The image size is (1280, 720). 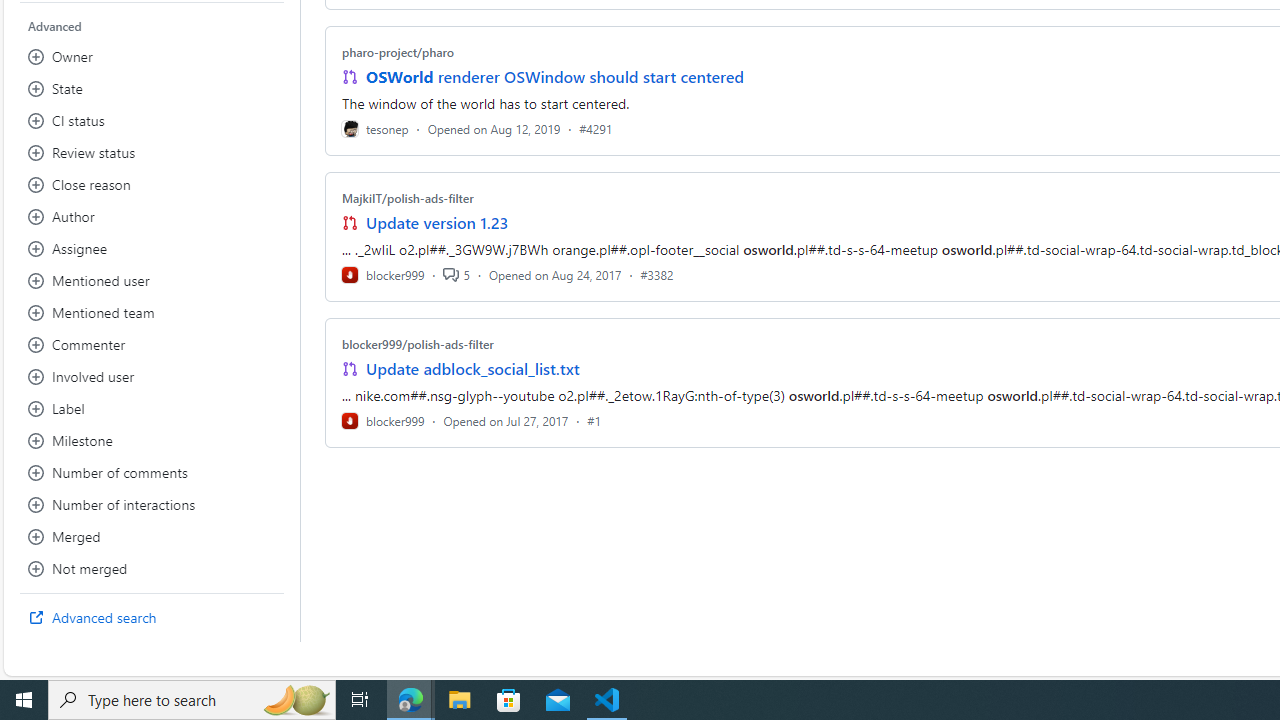 I want to click on 'MajkiIT/polish-ads-filter', so click(x=406, y=198).